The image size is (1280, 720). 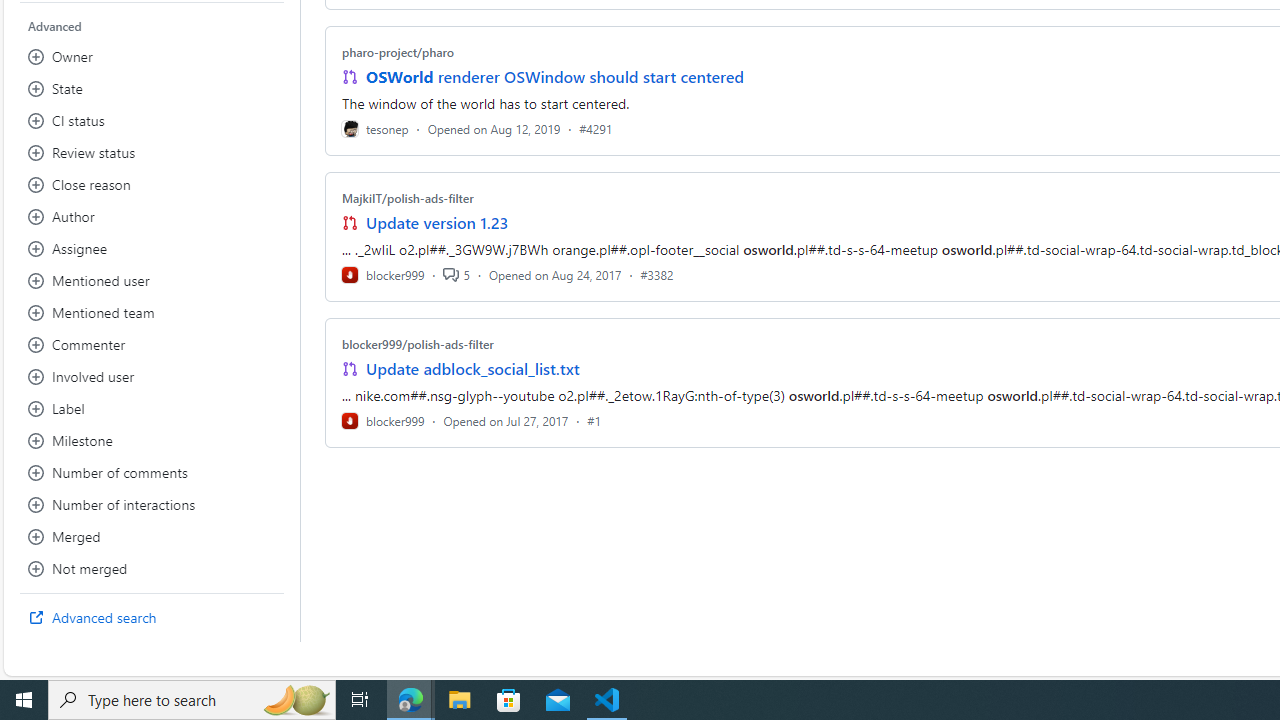 I want to click on 'MajkiIT/polish-ads-filter', so click(x=406, y=198).